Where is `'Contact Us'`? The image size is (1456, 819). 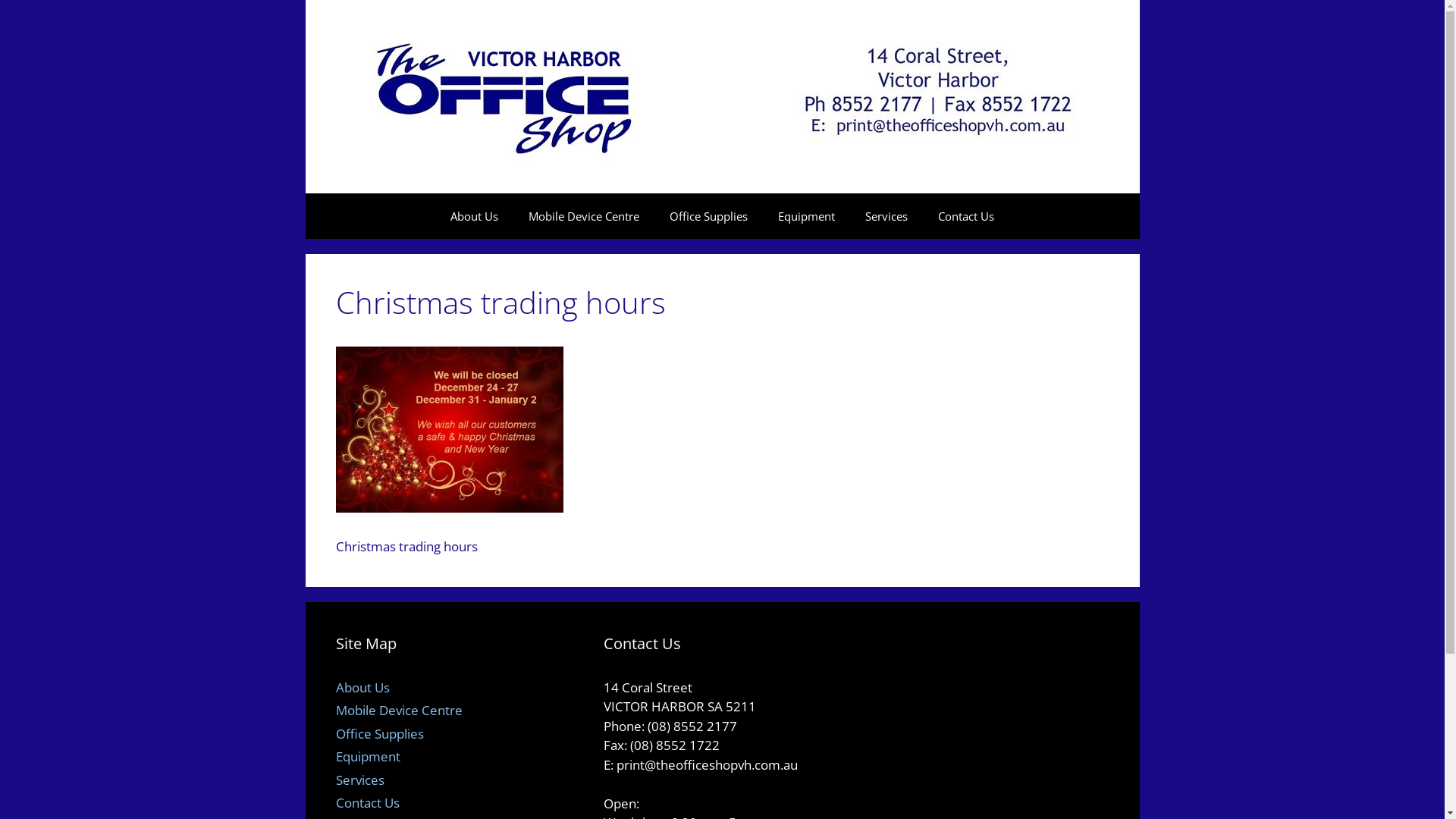 'Contact Us' is located at coordinates (367, 802).